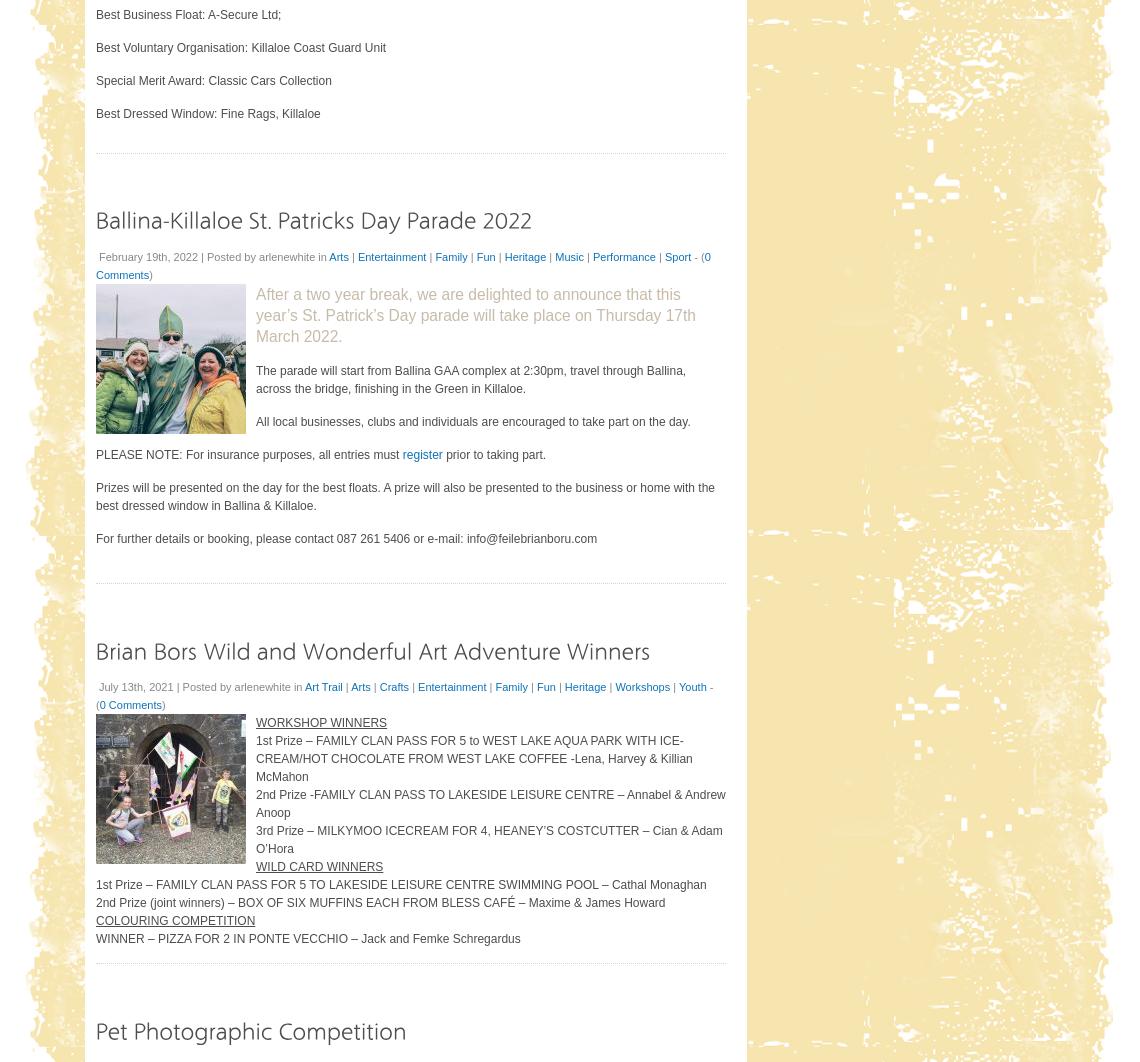  Describe the element at coordinates (474, 757) in the screenshot. I see `'1st Prize – FAMILY CLAN PASS FOR 5 to WEST LAKE AQUA PARK WITH ICE-CREAM/HOT CHOCOLATE FROM WEST LAKE COFFEE -Lena, Harvey & Killian McMahon'` at that location.